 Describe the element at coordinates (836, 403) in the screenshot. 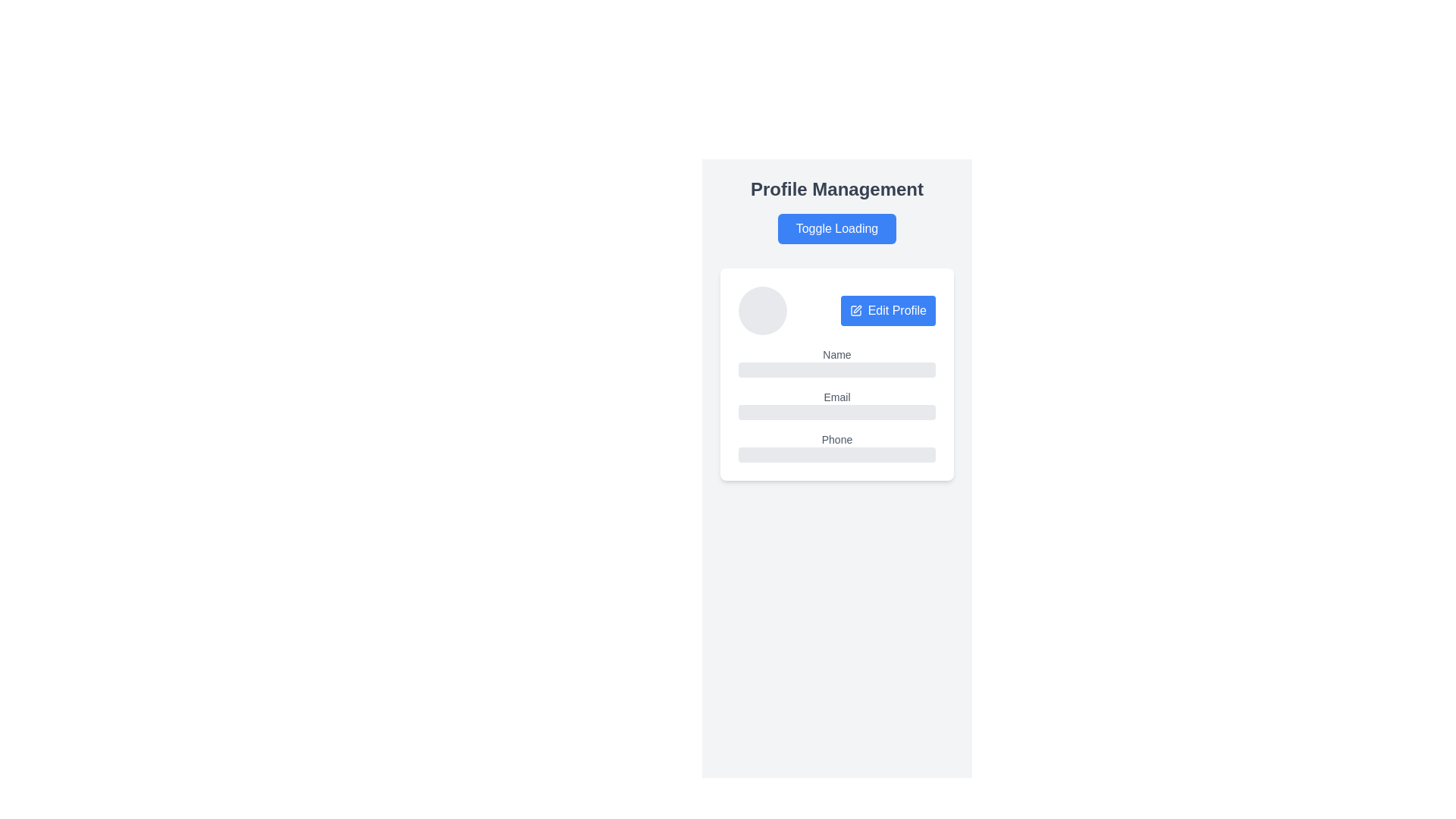

I see `the vertically stacked group displaying 'Name', 'Email', and 'Phone' with a gray background and animation pulse effect` at that location.